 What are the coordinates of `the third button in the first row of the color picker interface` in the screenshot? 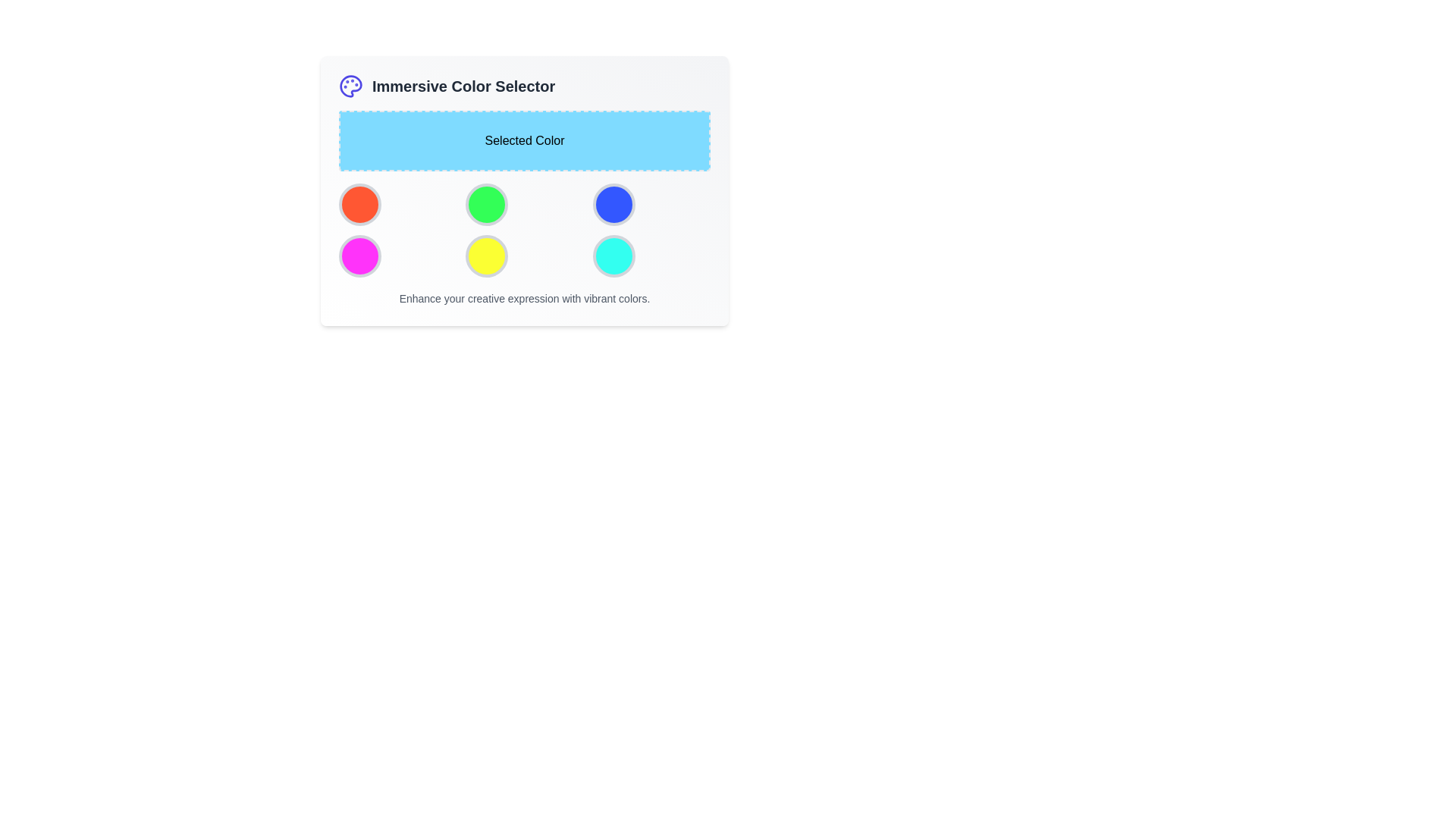 It's located at (613, 205).